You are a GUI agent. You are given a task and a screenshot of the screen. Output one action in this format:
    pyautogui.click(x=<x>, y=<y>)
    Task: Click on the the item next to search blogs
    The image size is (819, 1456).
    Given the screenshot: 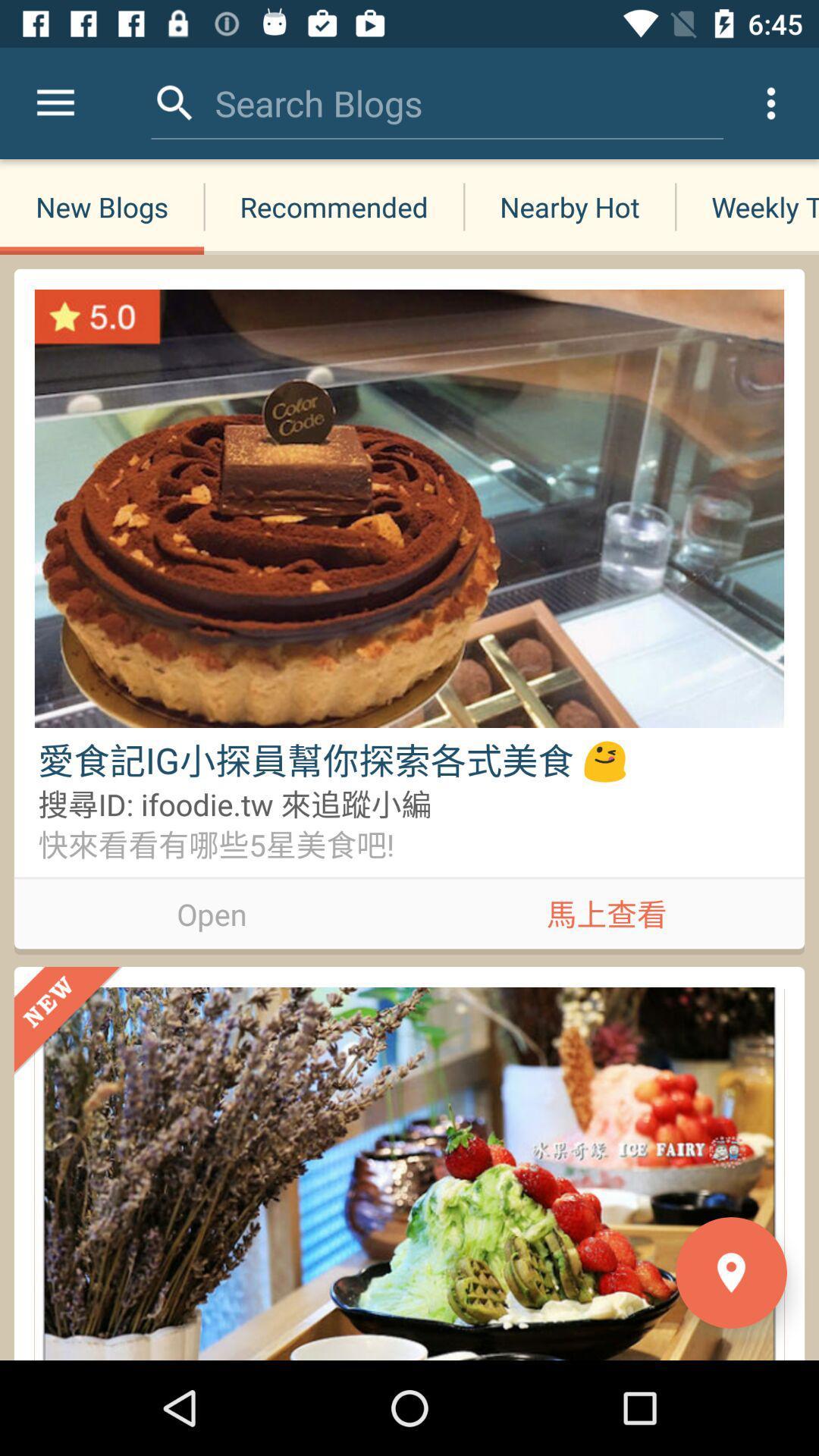 What is the action you would take?
    pyautogui.click(x=174, y=102)
    